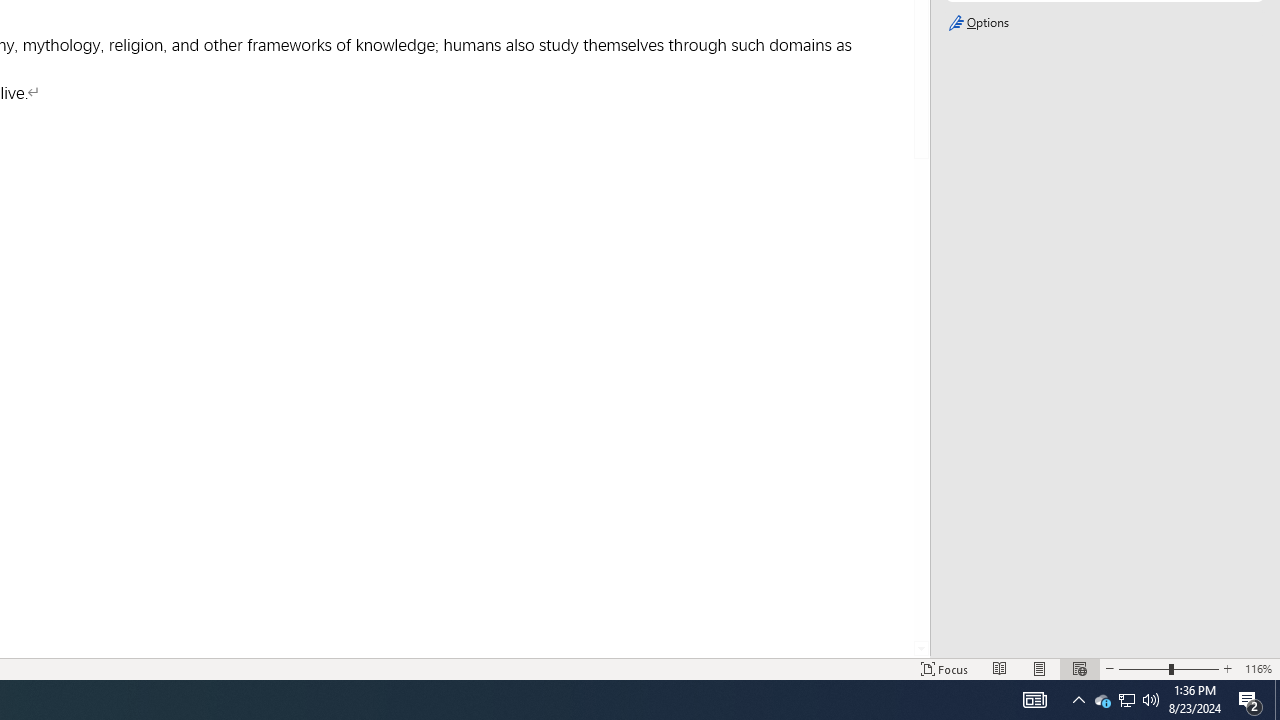 This screenshot has width=1280, height=720. Describe the element at coordinates (1168, 669) in the screenshot. I see `'Zoom'` at that location.